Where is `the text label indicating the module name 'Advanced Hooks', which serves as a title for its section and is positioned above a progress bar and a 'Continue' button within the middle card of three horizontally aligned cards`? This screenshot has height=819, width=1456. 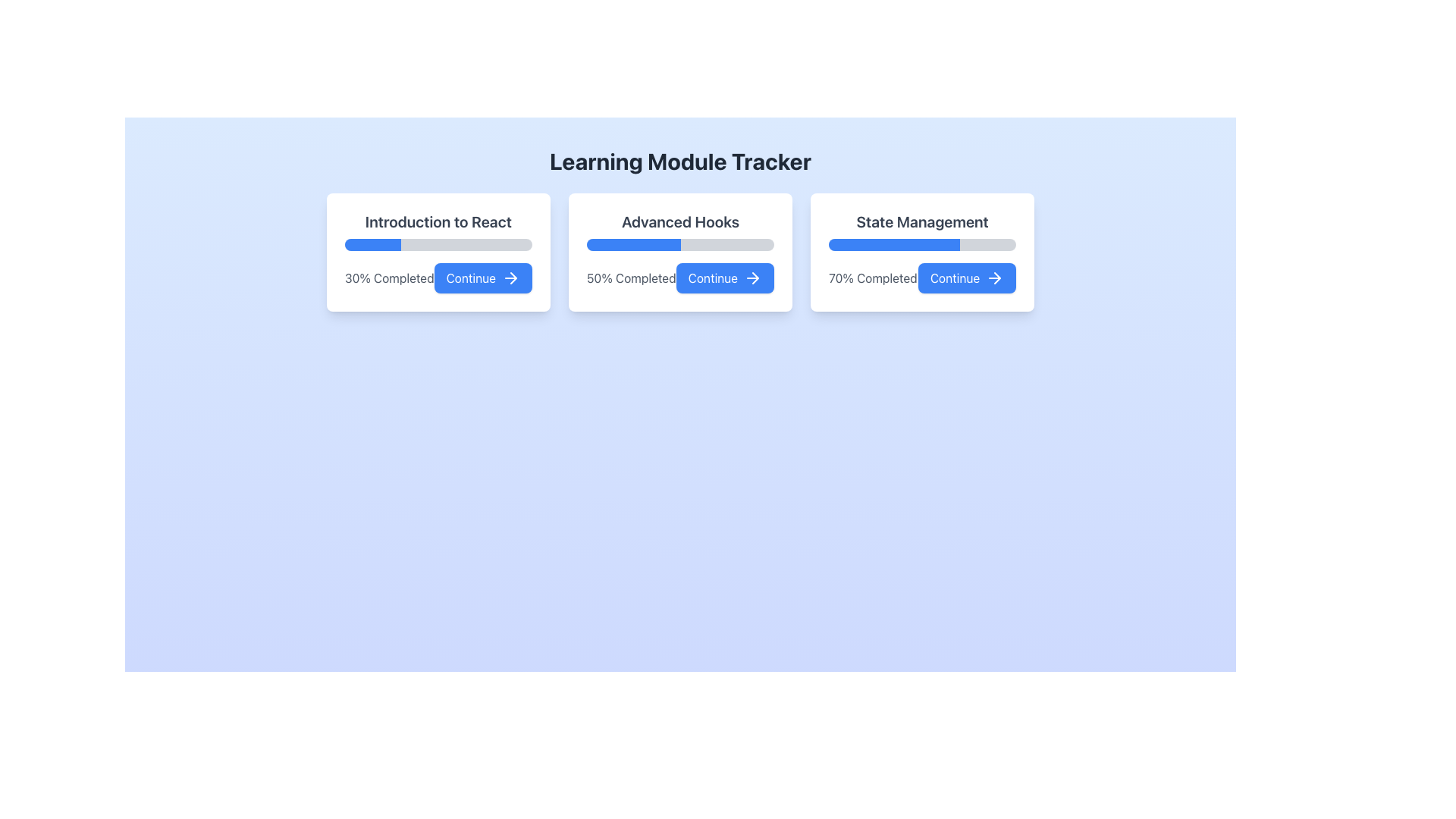 the text label indicating the module name 'Advanced Hooks', which serves as a title for its section and is positioned above a progress bar and a 'Continue' button within the middle card of three horizontally aligned cards is located at coordinates (679, 222).